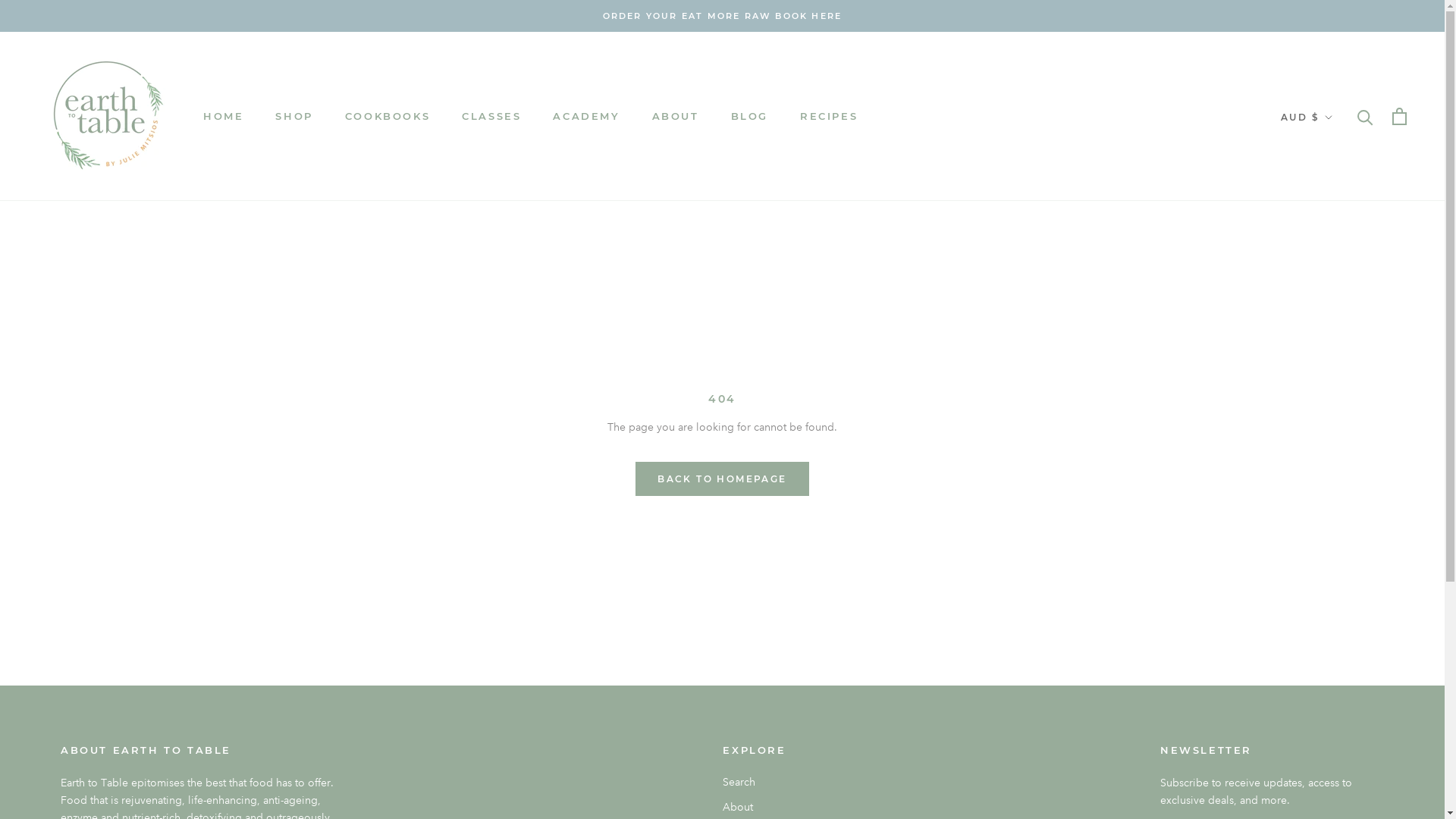 Image resolution: width=1456 pixels, height=819 pixels. I want to click on 'ACADEMY', so click(552, 115).